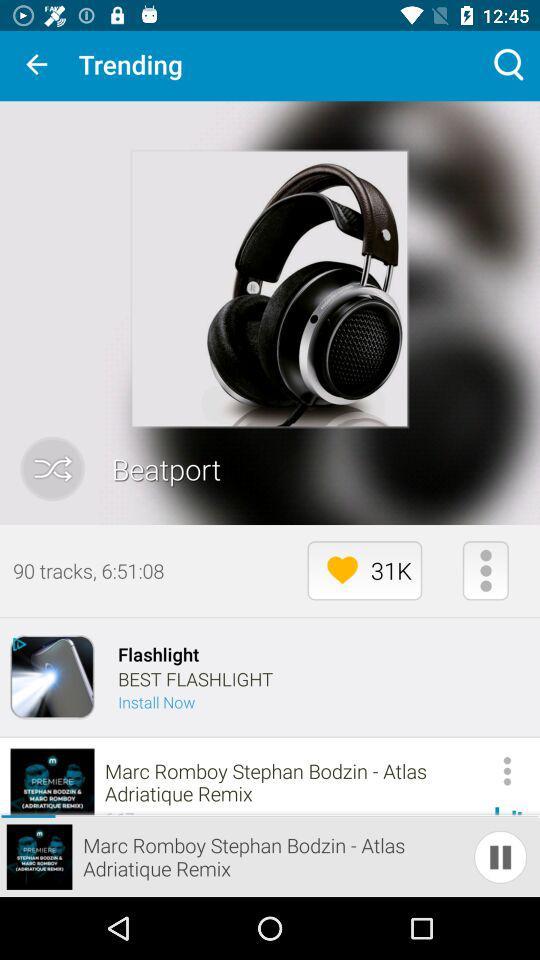  What do you see at coordinates (28, 849) in the screenshot?
I see `the play icon` at bounding box center [28, 849].